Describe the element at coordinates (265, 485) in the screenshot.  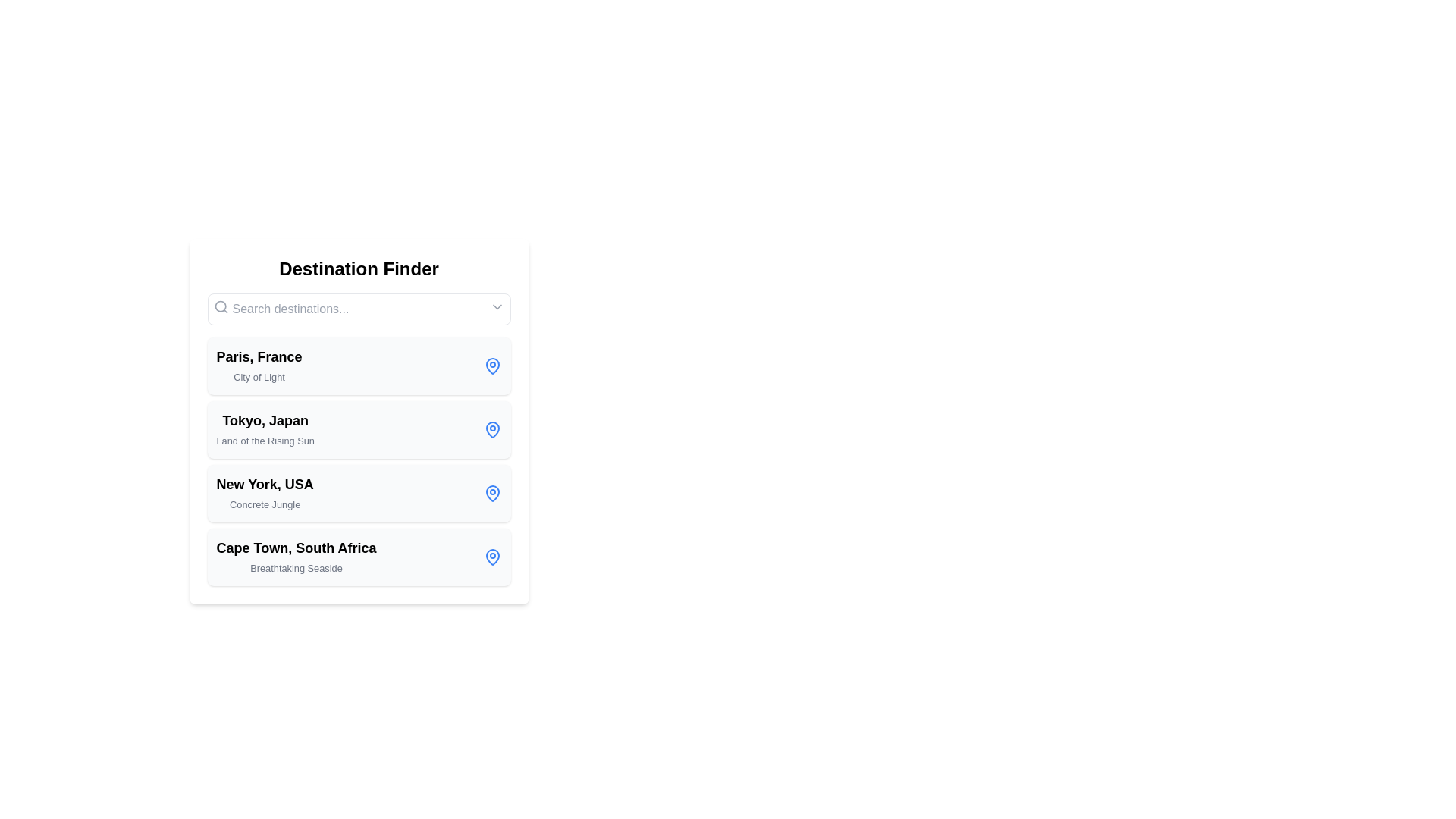
I see `the static text label displaying 'New York, USA', which is the main title of the third list item in the destination finder` at that location.